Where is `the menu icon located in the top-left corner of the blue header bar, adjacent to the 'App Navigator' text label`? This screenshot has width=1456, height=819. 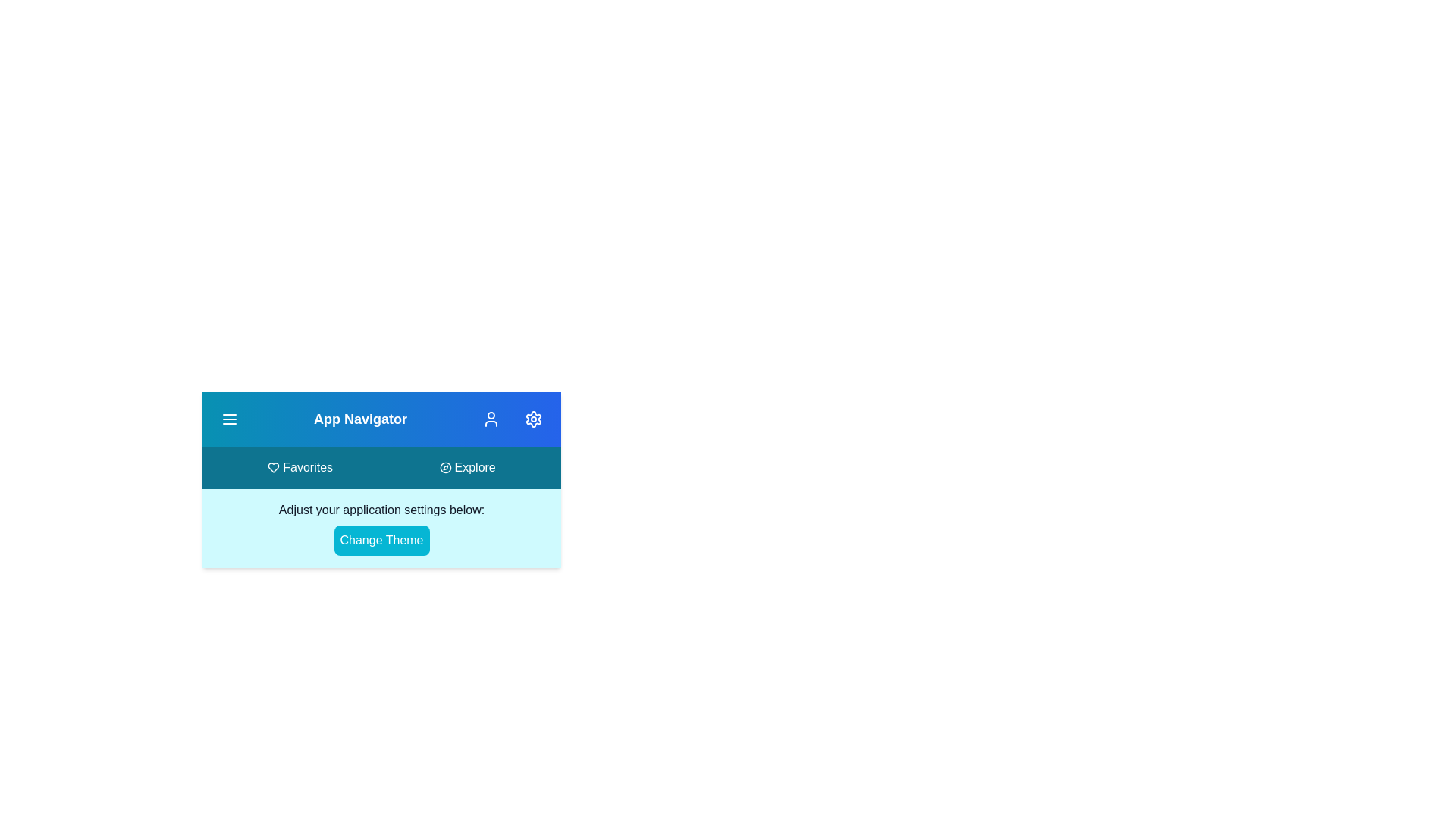
the menu icon located in the top-left corner of the blue header bar, adjacent to the 'App Navigator' text label is located at coordinates (228, 419).